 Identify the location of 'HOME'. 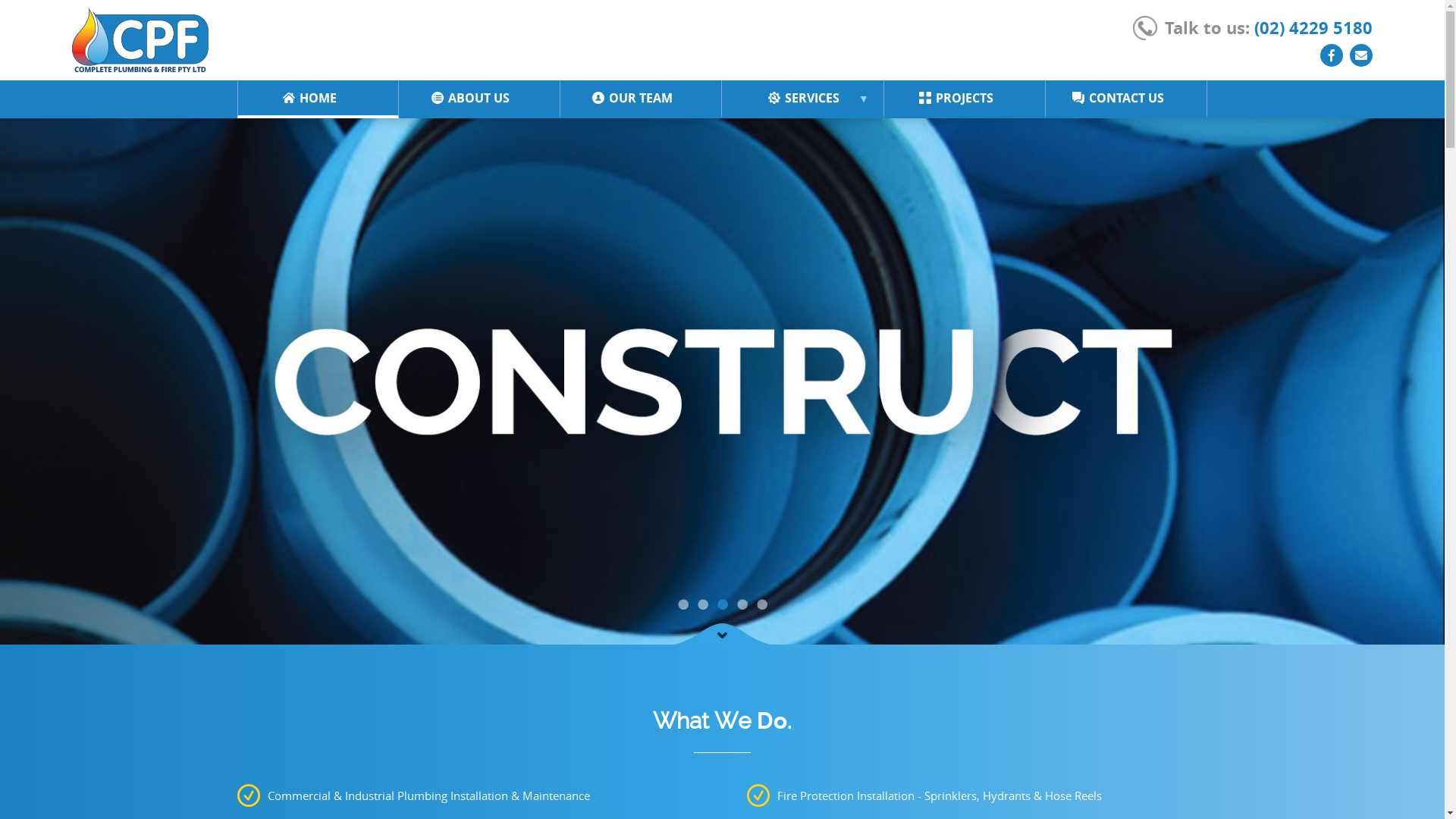
(280, 97).